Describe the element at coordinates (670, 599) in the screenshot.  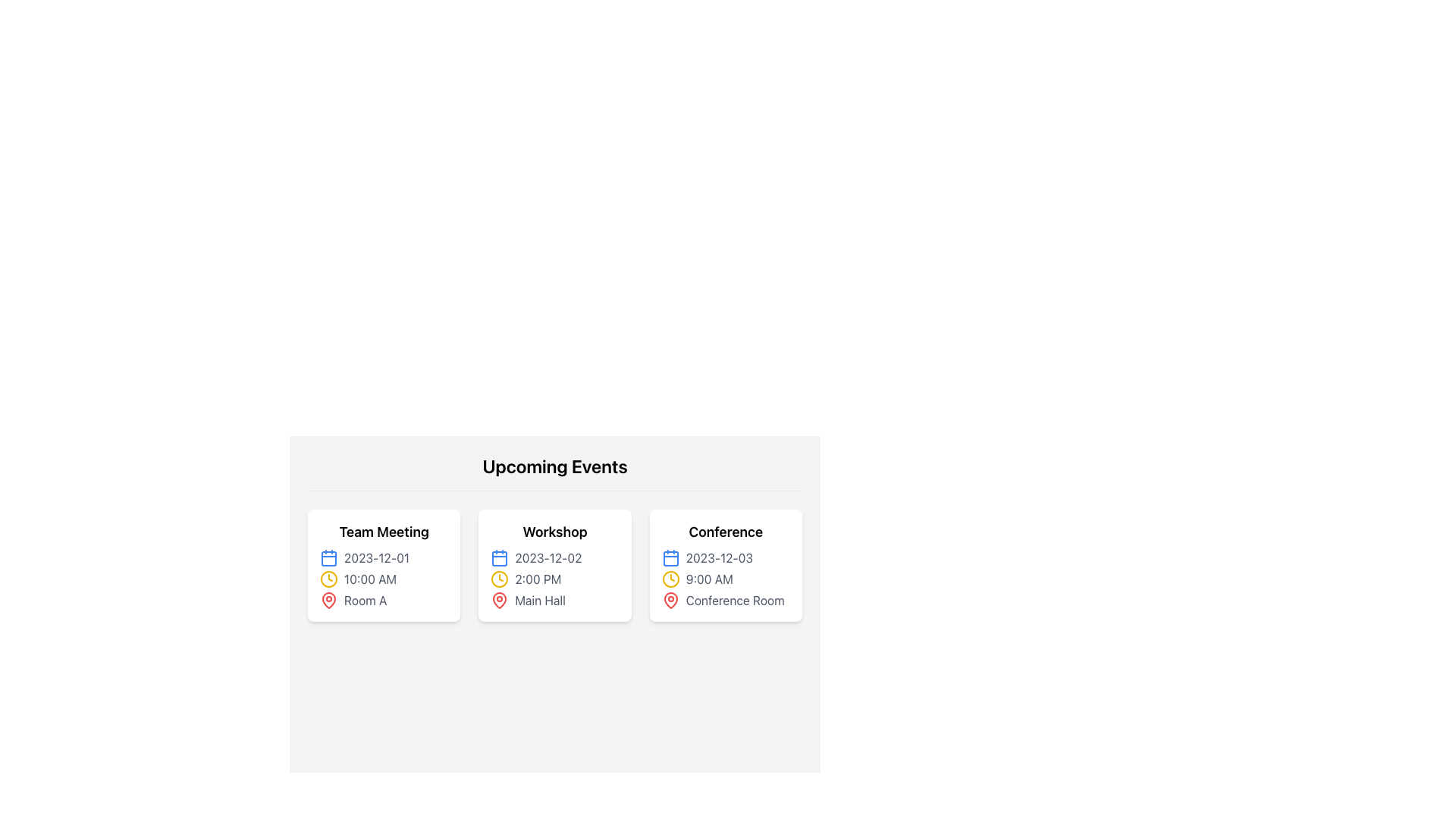
I see `the red location pin icon within the 'Conference' event card` at that location.